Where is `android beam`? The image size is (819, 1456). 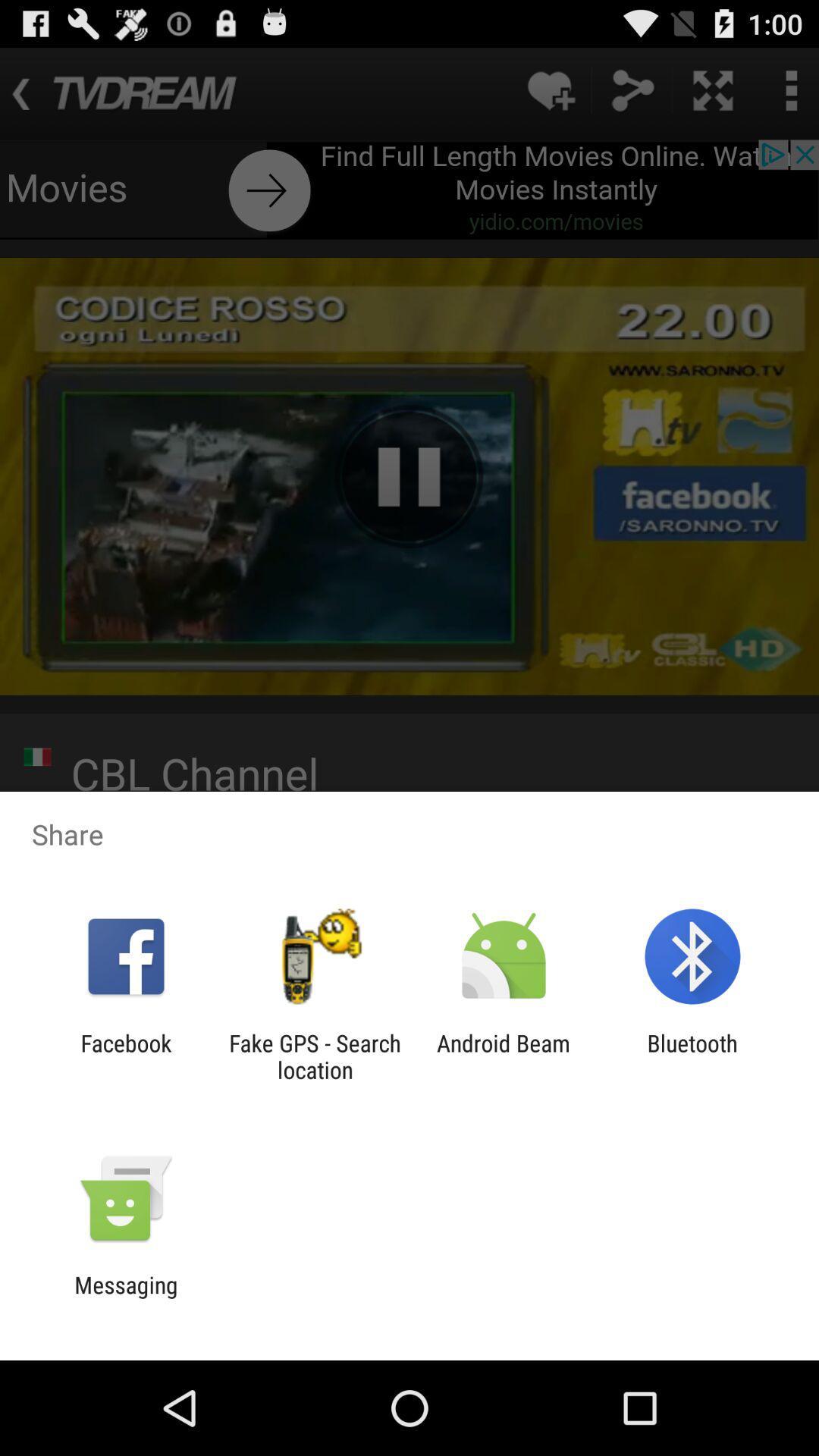 android beam is located at coordinates (504, 1056).